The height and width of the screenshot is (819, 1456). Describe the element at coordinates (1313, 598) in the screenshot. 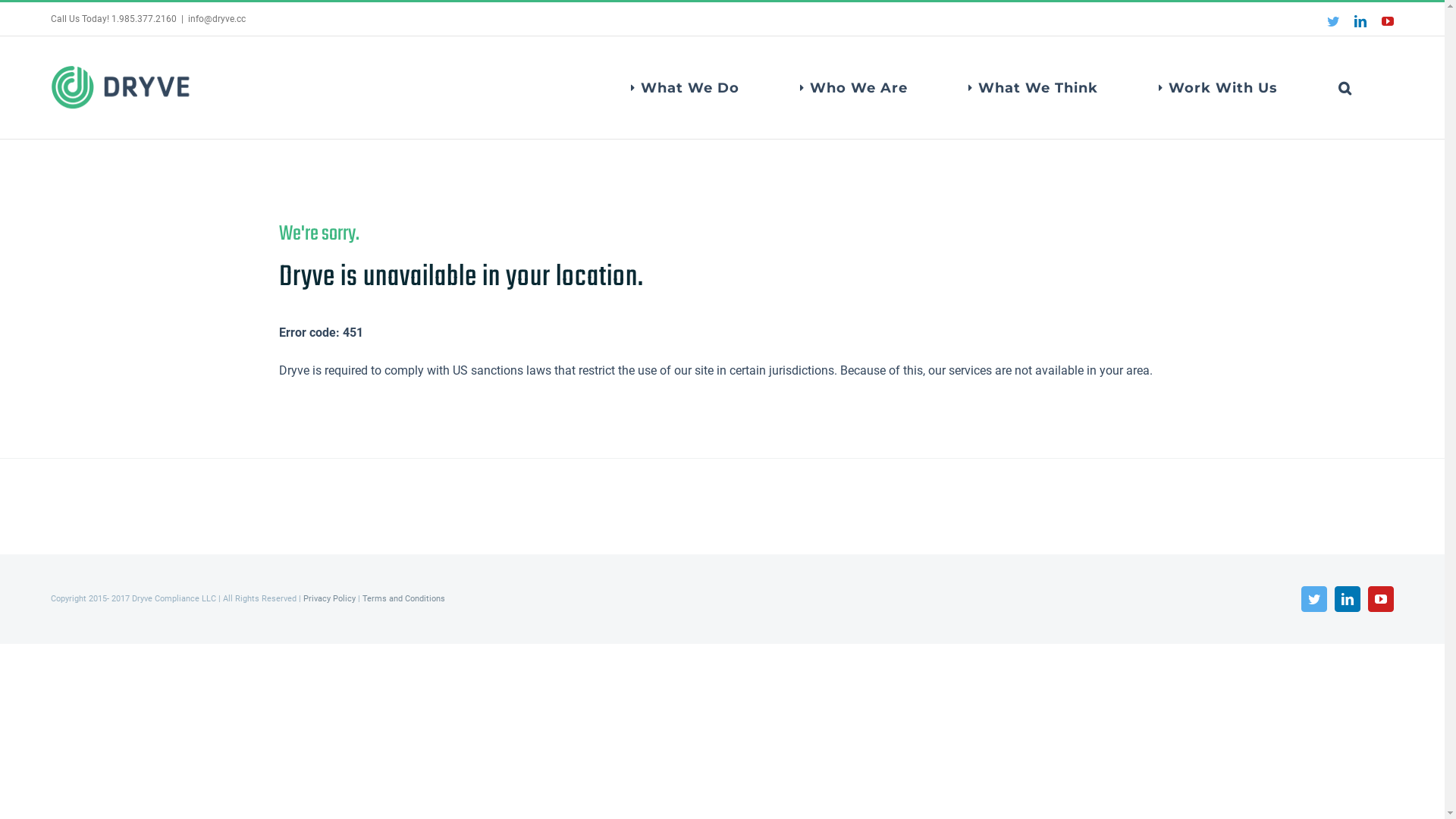

I see `'Twitter'` at that location.